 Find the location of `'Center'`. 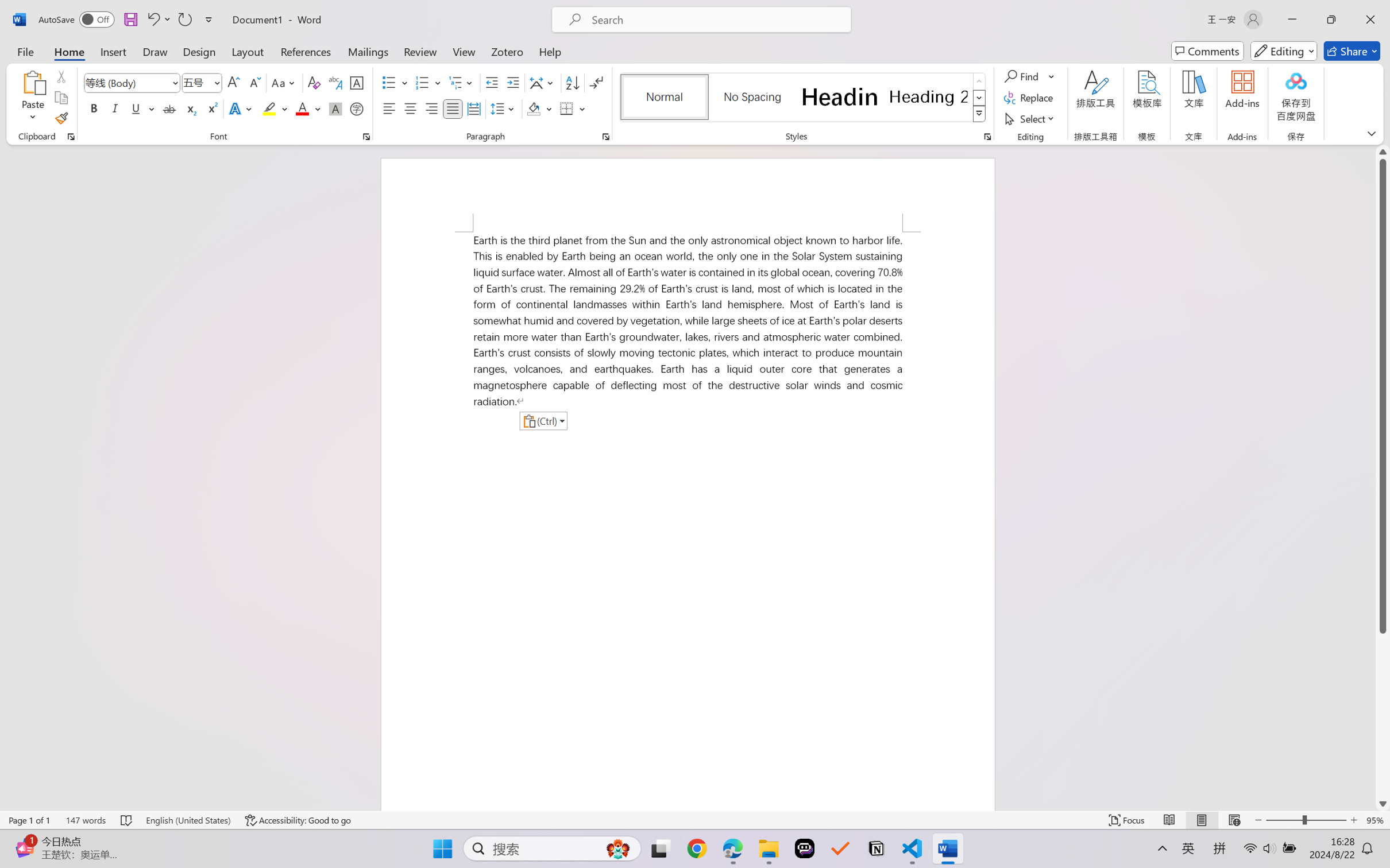

'Center' is located at coordinates (410, 108).